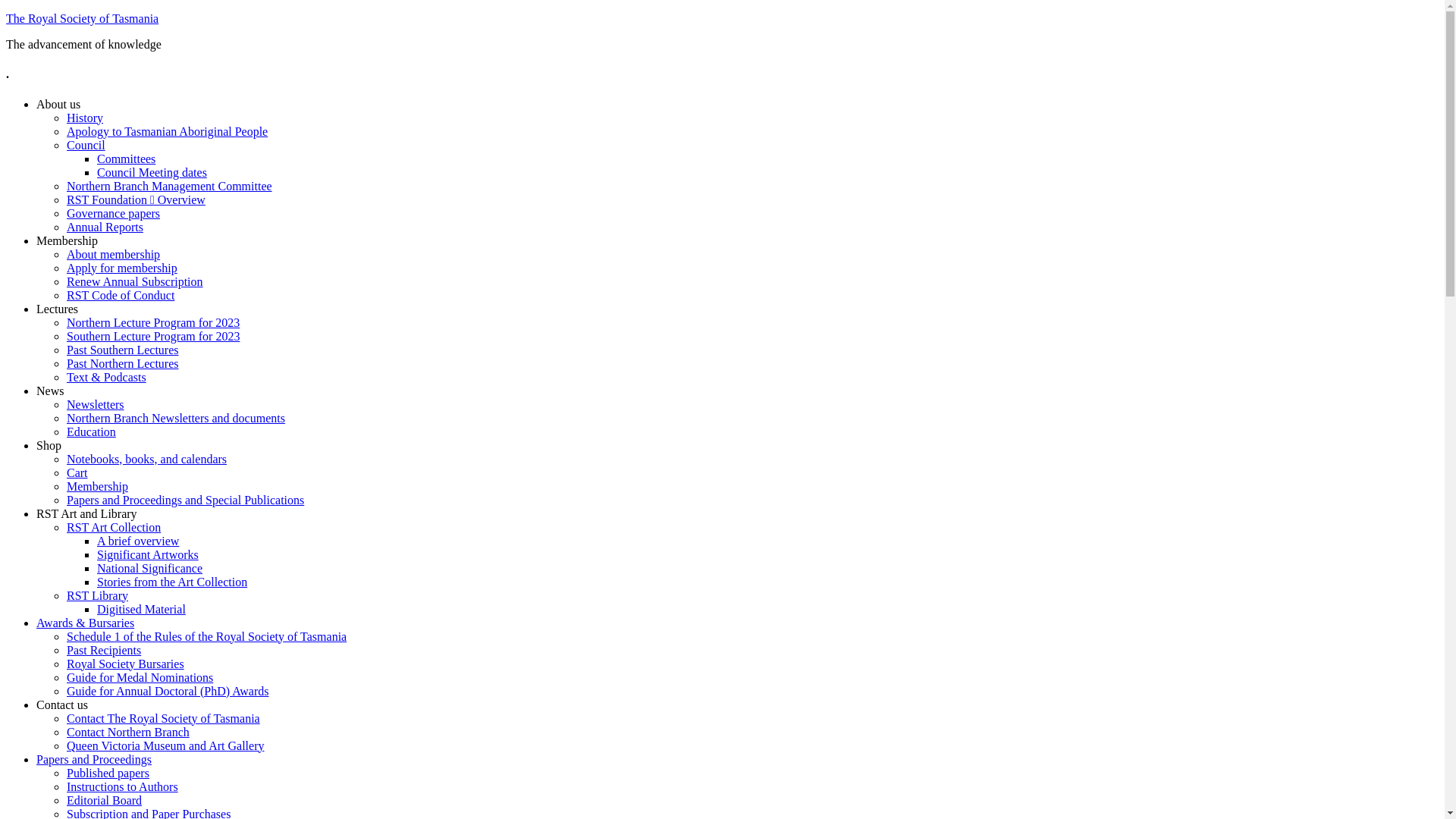 The width and height of the screenshot is (1456, 819). I want to click on 'A brief overview', so click(96, 540).